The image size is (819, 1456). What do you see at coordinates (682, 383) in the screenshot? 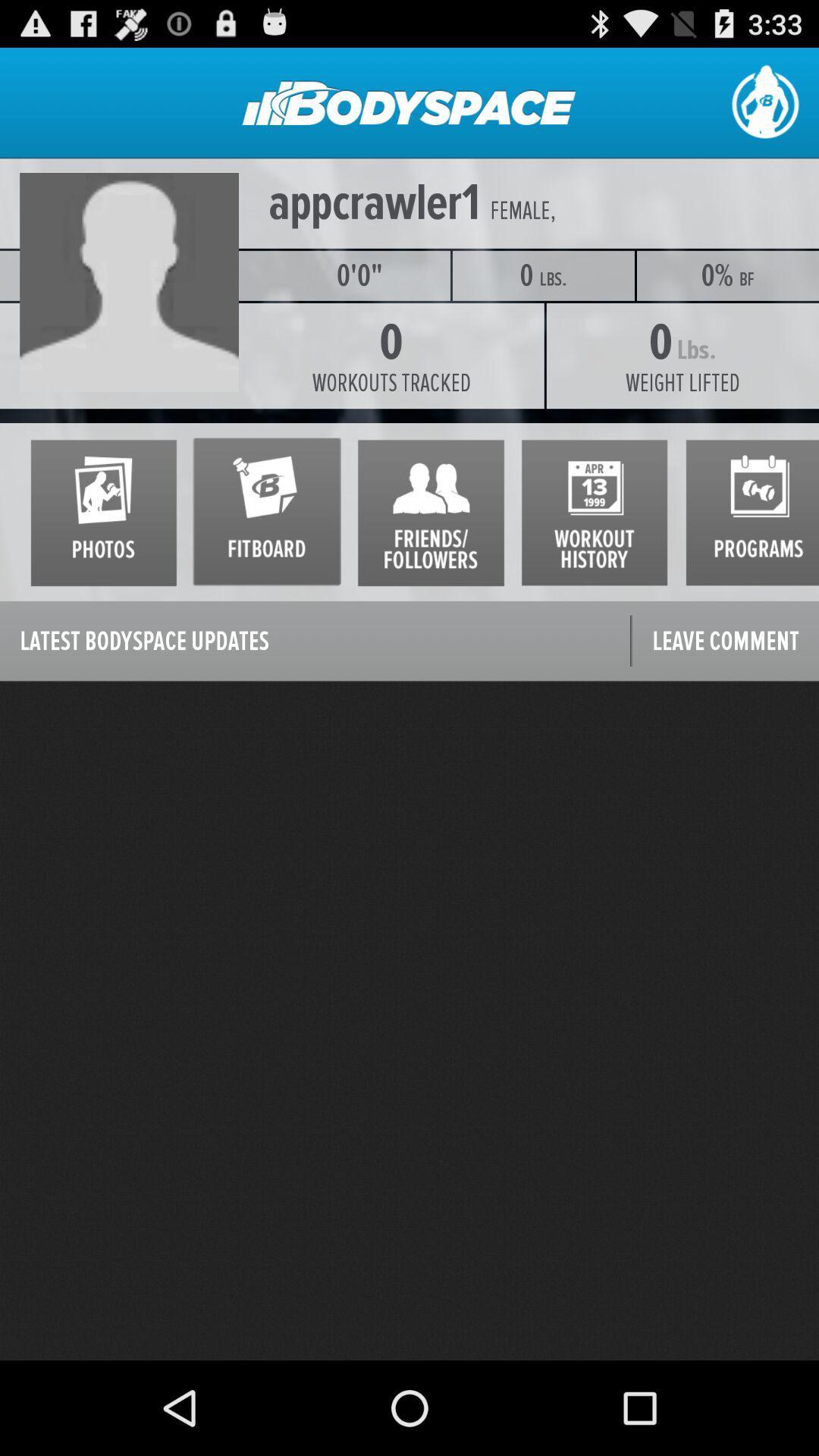
I see `the item below the lbs. item` at bounding box center [682, 383].